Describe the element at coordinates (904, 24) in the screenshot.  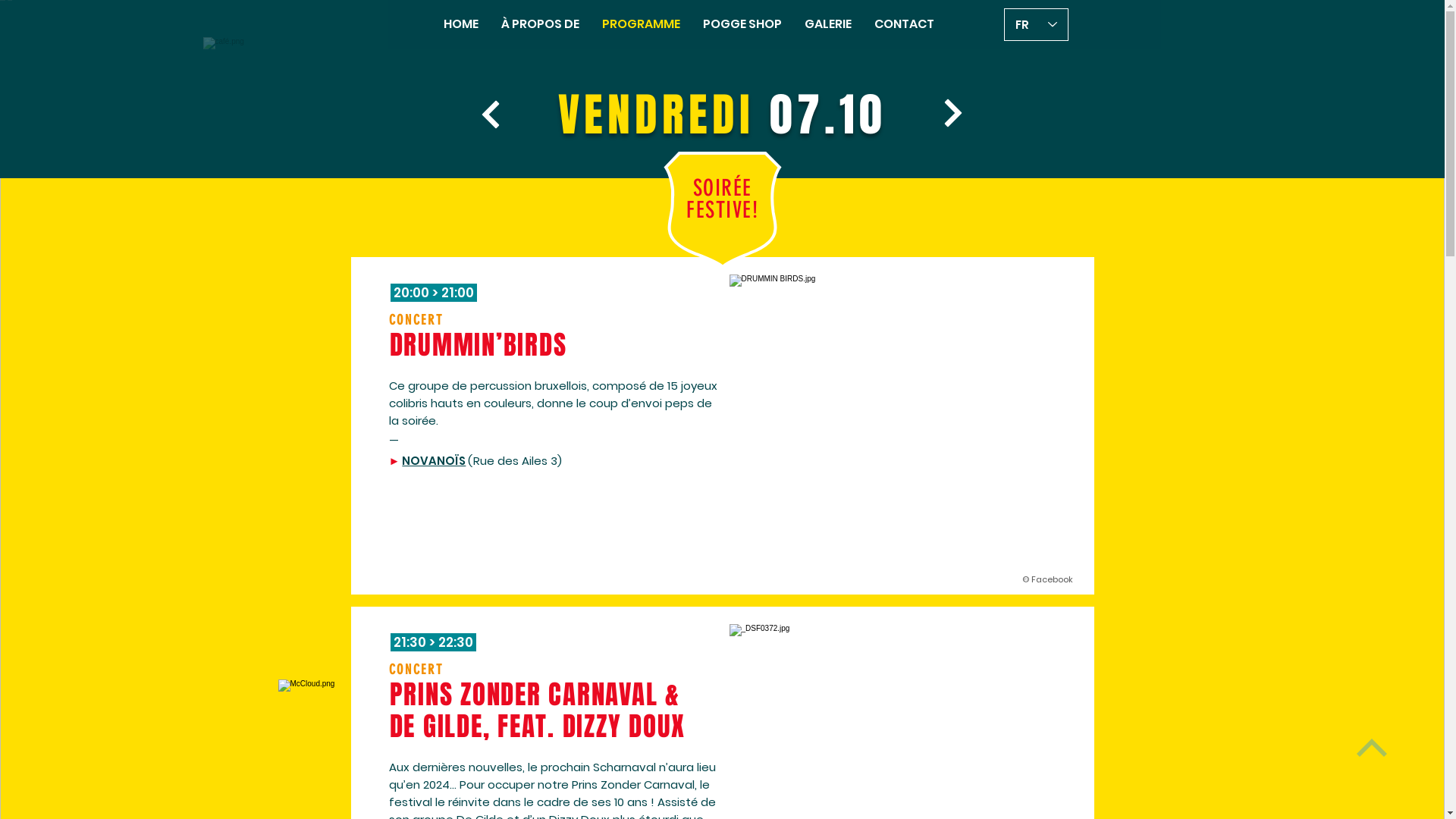
I see `'CONTACT'` at that location.